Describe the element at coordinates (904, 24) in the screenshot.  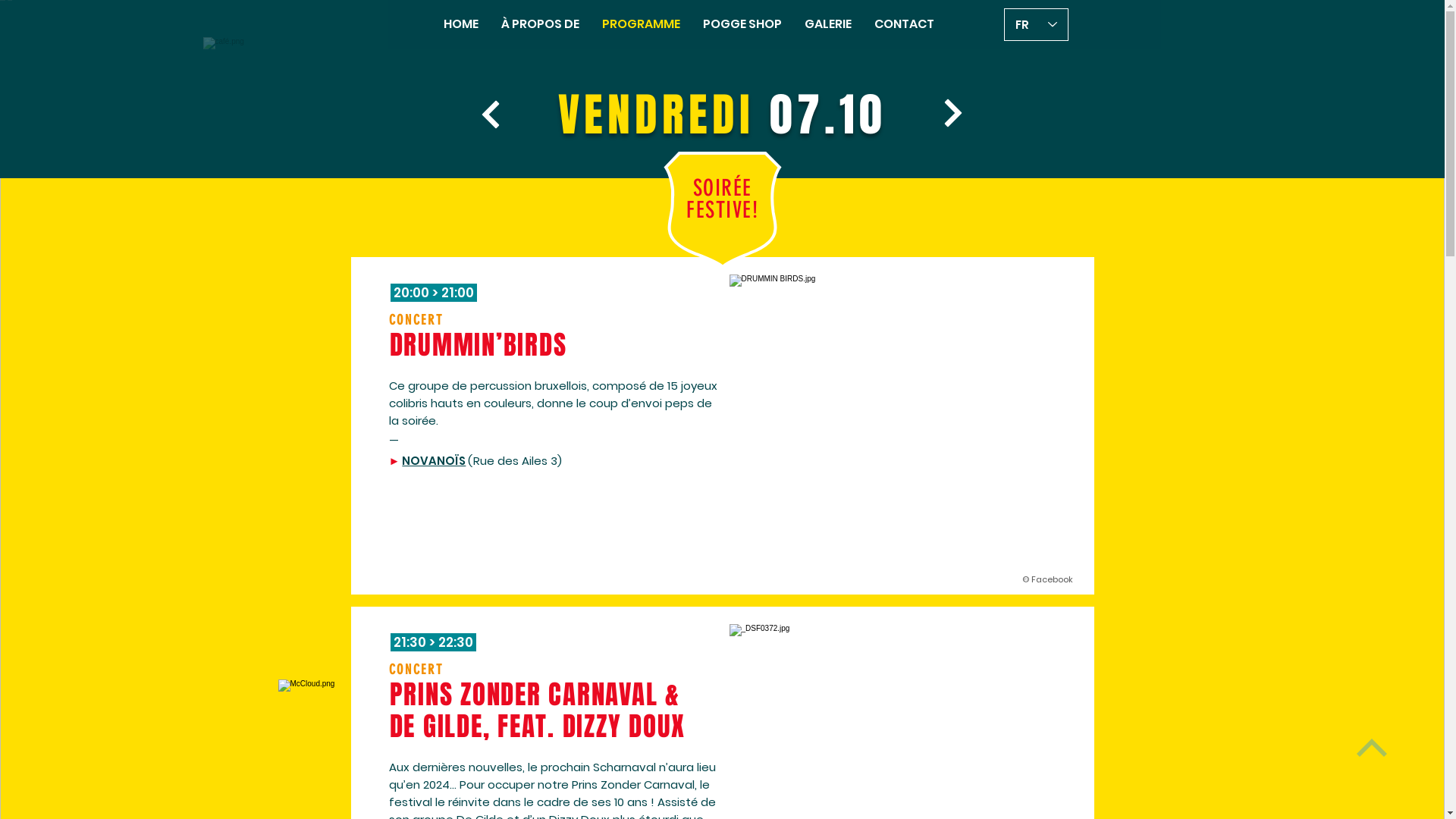
I see `'CONTACT'` at that location.